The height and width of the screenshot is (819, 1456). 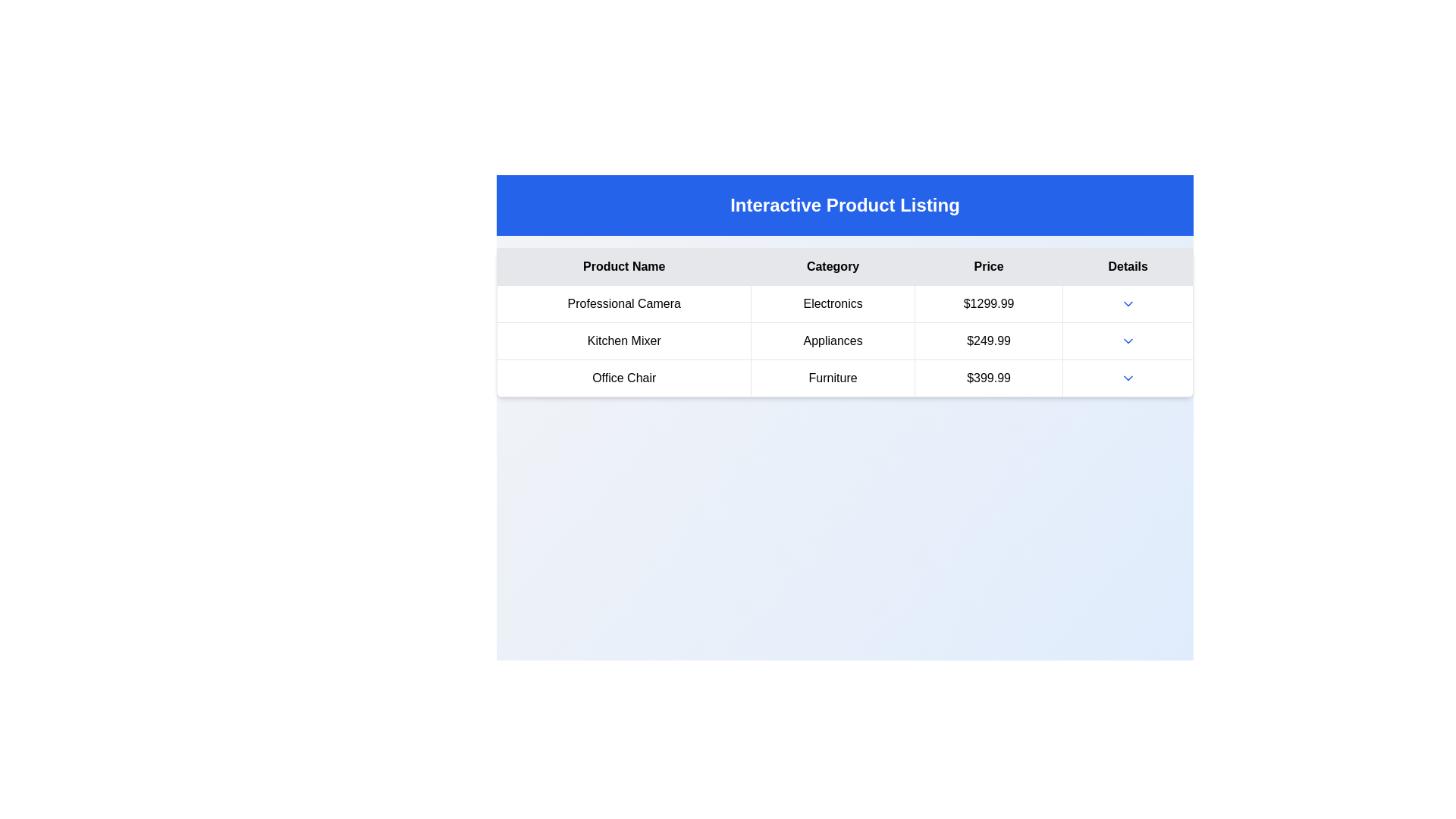 What do you see at coordinates (624, 265) in the screenshot?
I see `the 'Product Name' table header, which is the left-most column header in a data table with a light gray background and bold black text` at bounding box center [624, 265].